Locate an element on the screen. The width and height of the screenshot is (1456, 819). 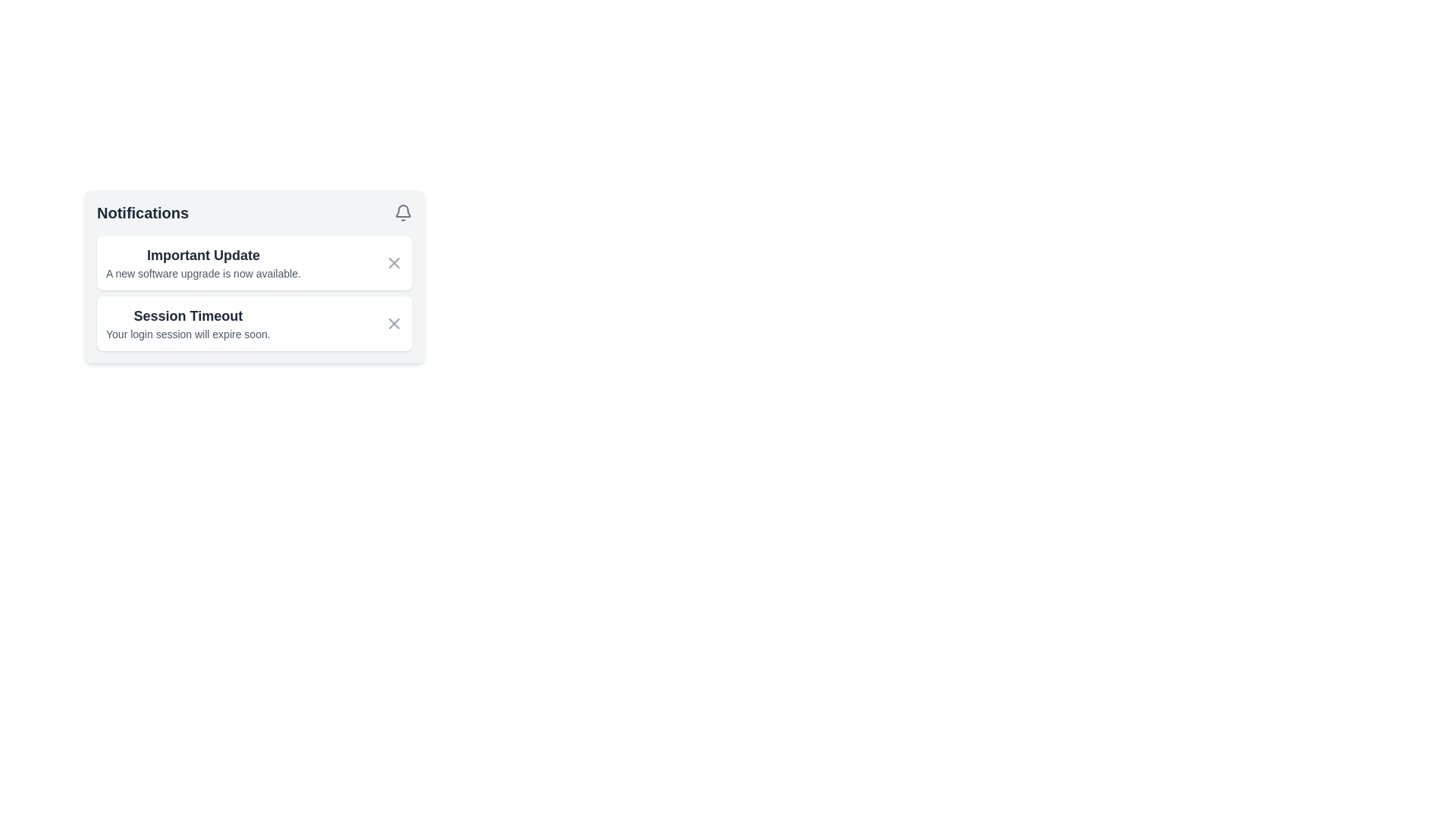
the static text element that serves as the title for the notification message, positioned above the message regarding the software upgrade is located at coordinates (202, 254).